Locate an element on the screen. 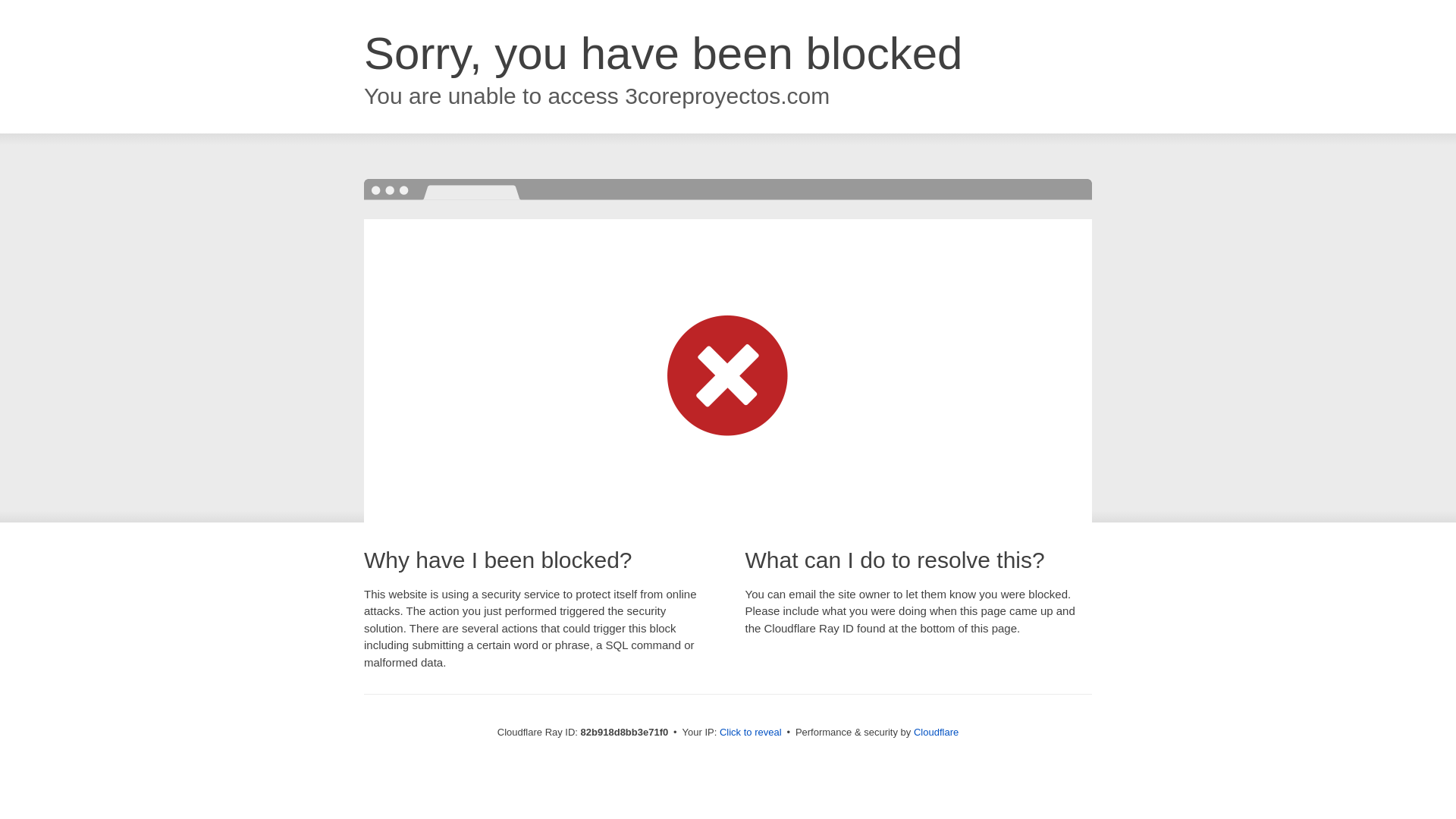 This screenshot has width=1456, height=819. 'Click to reveal' is located at coordinates (750, 731).